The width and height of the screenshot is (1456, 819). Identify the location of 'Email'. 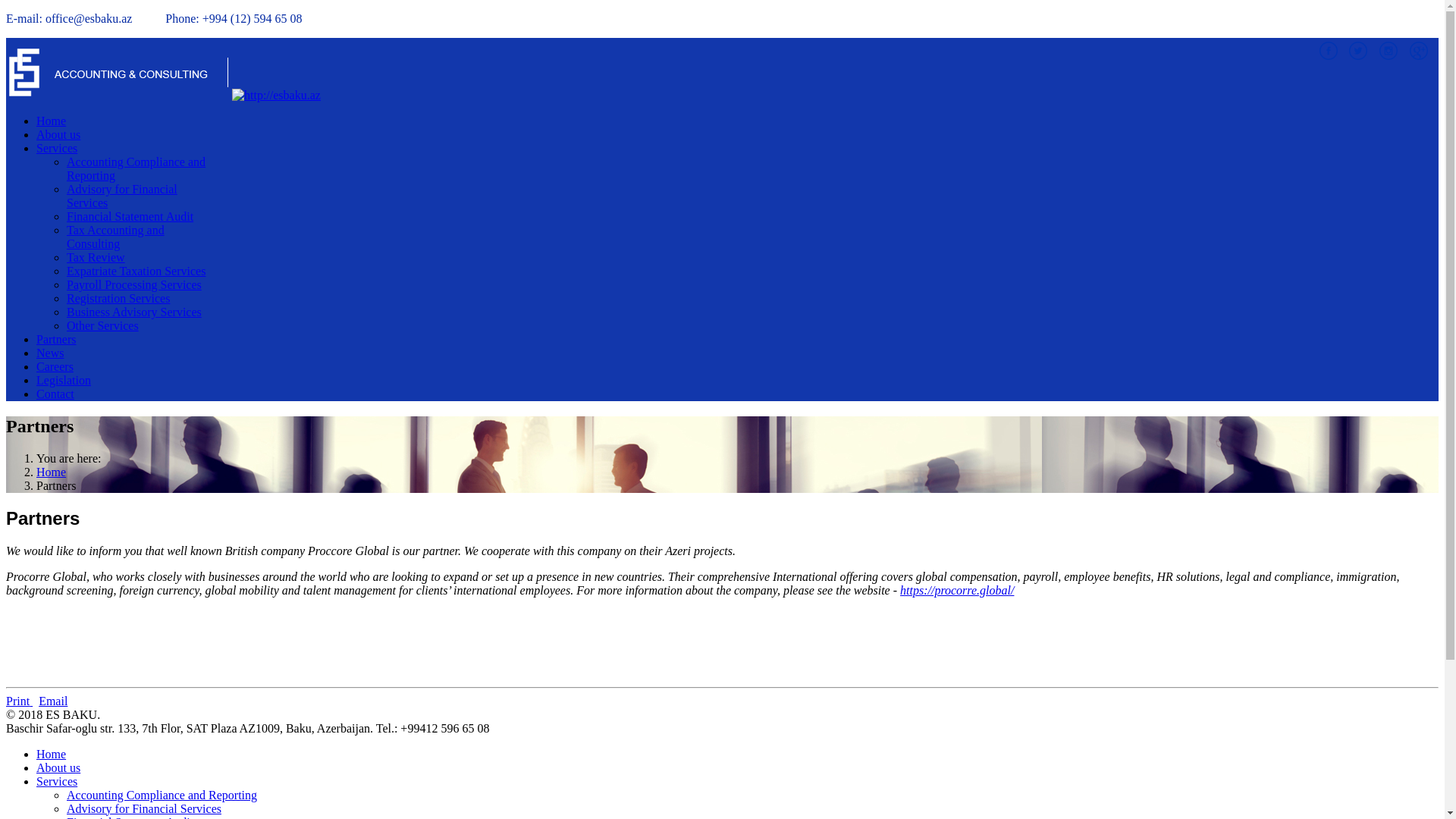
(39, 701).